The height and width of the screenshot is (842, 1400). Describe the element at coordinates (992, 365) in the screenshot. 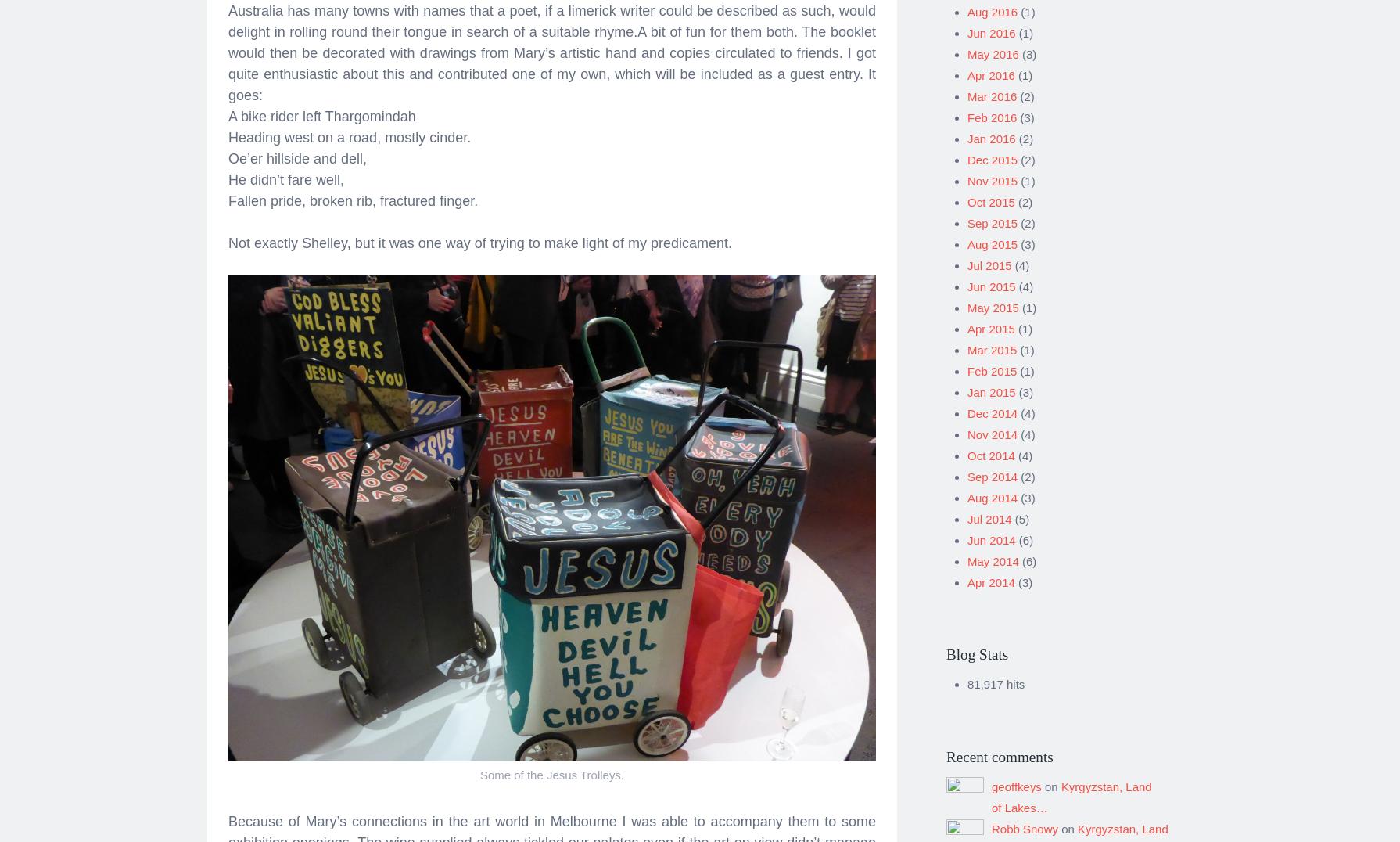

I see `'Feb 2015'` at that location.